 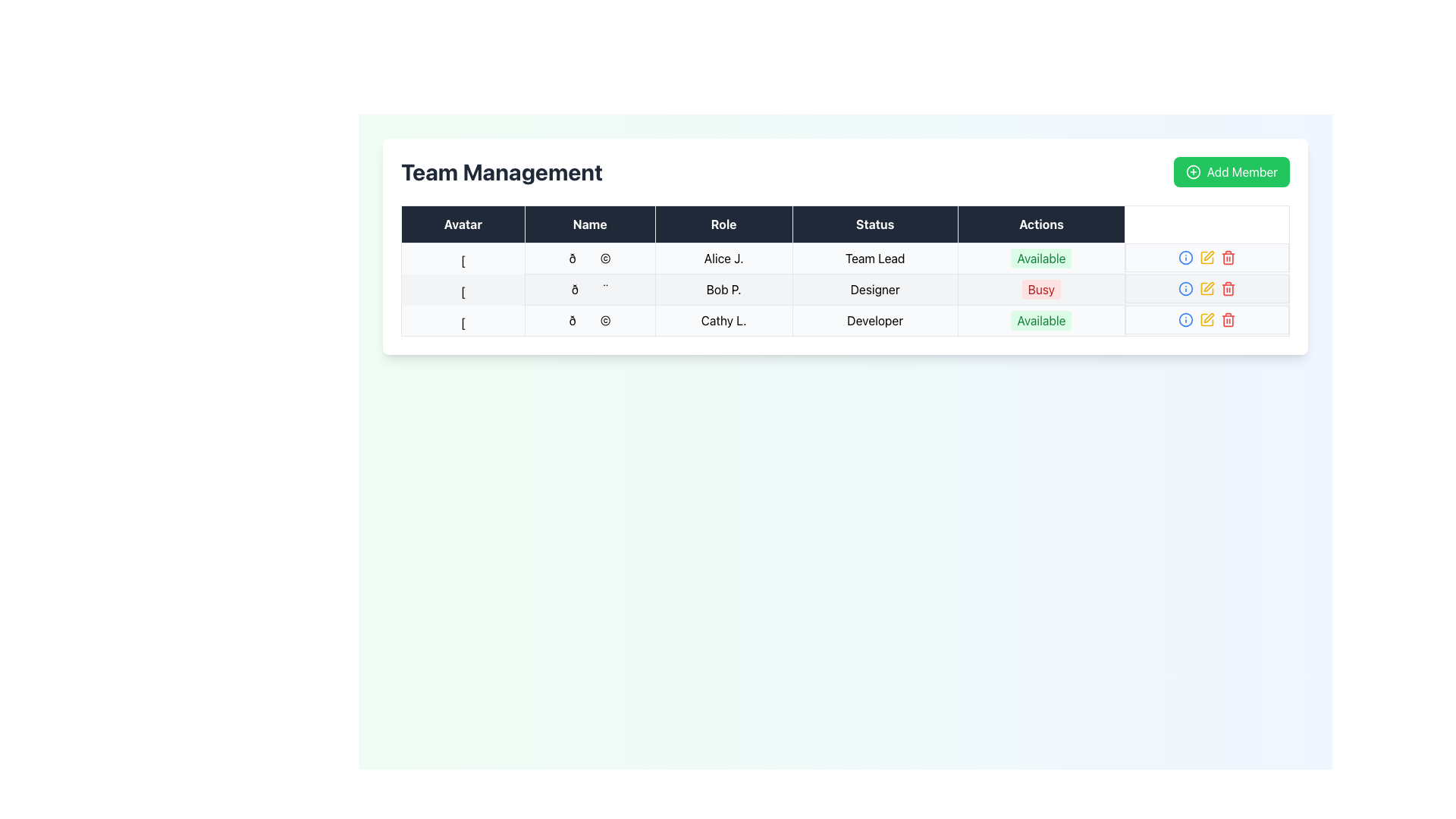 I want to click on the static text element displaying the status of 'Alice J.' in the table under the 'Status' column, so click(x=875, y=257).